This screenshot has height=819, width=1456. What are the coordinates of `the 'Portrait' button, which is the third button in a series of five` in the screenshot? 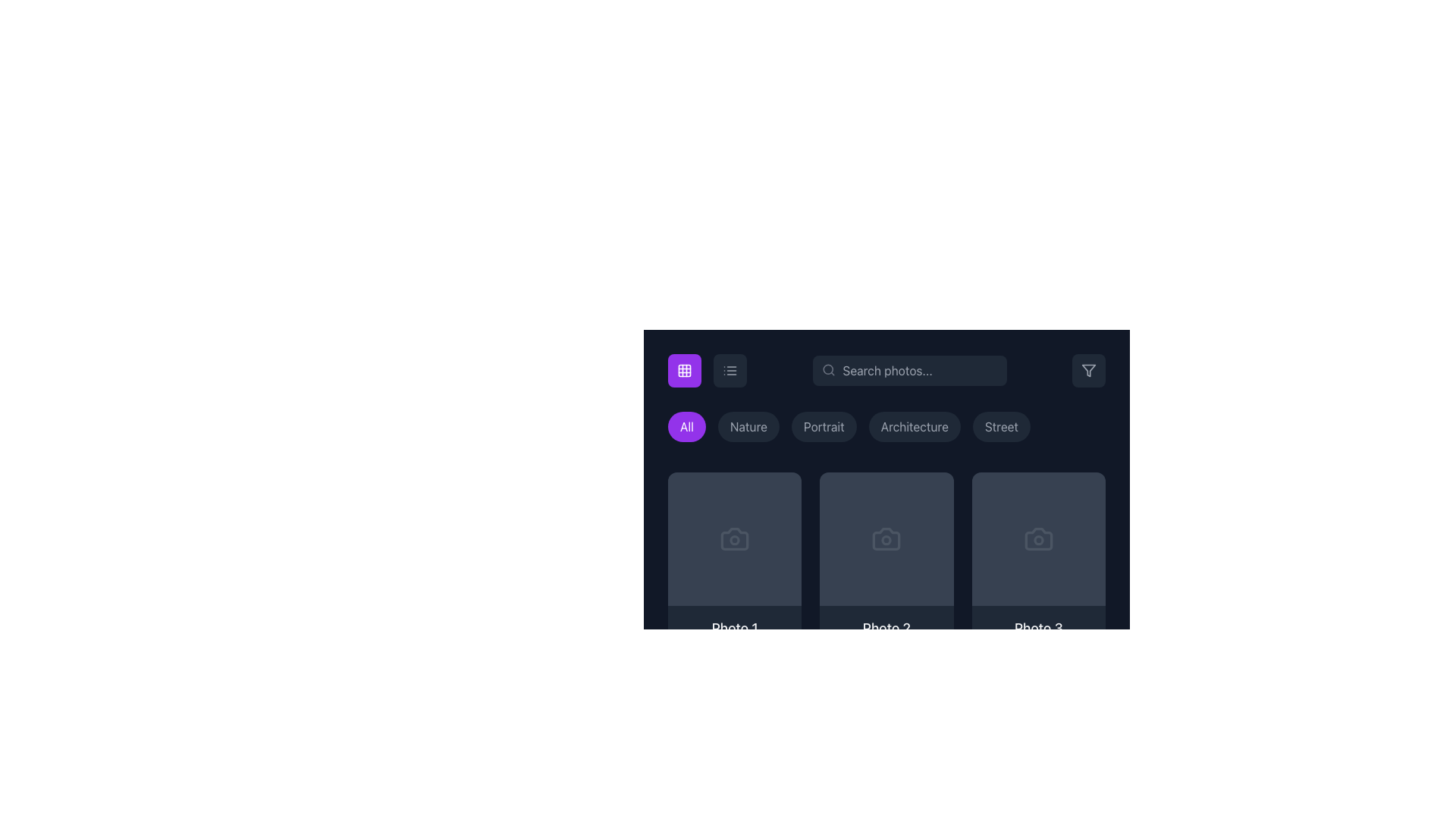 It's located at (823, 427).